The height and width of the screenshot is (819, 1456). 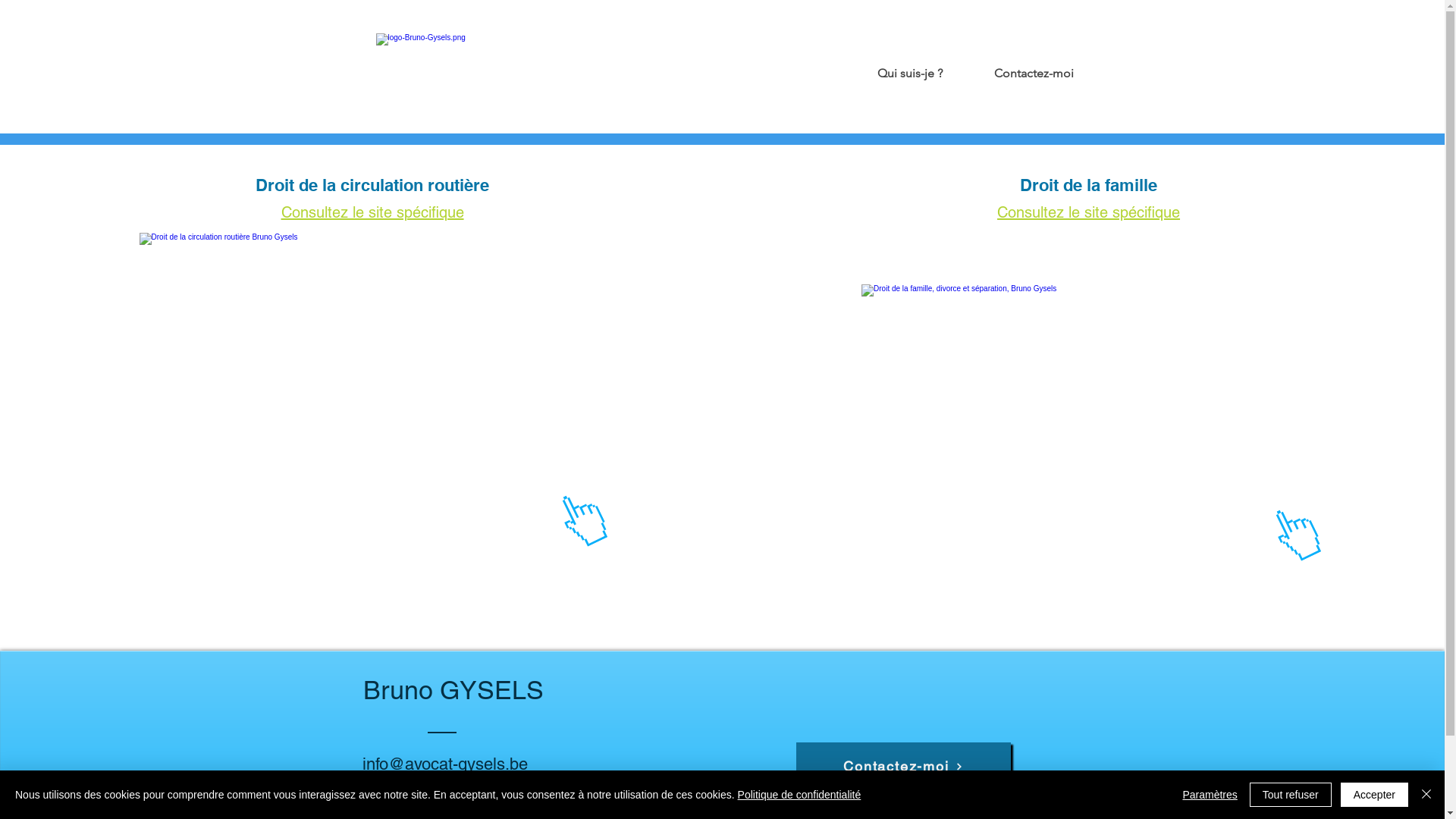 I want to click on '0485 24 20 24', so click(x=415, y=786).